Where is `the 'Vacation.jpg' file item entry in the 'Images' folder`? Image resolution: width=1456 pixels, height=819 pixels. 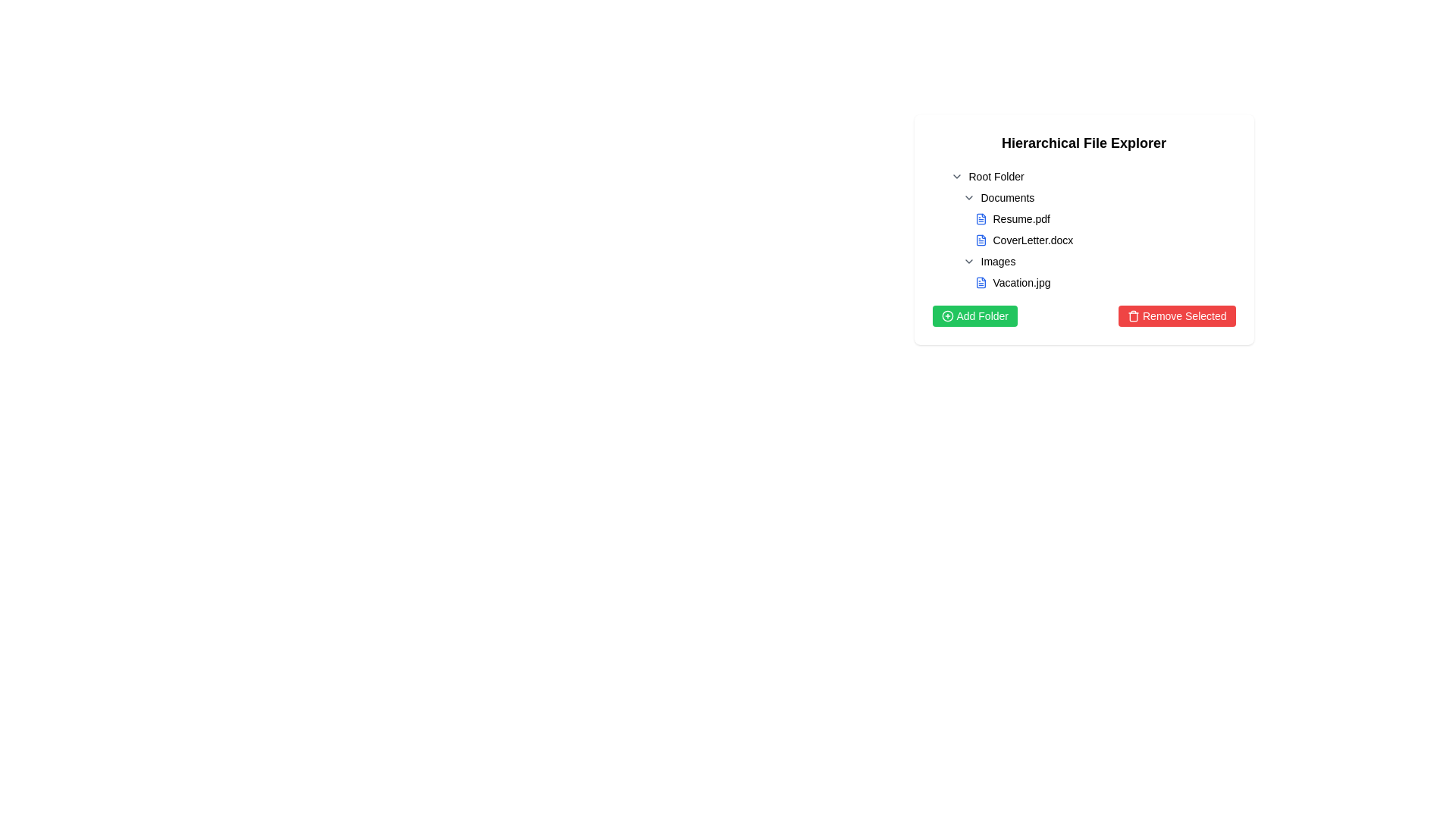 the 'Vacation.jpg' file item entry in the 'Images' folder is located at coordinates (1096, 283).